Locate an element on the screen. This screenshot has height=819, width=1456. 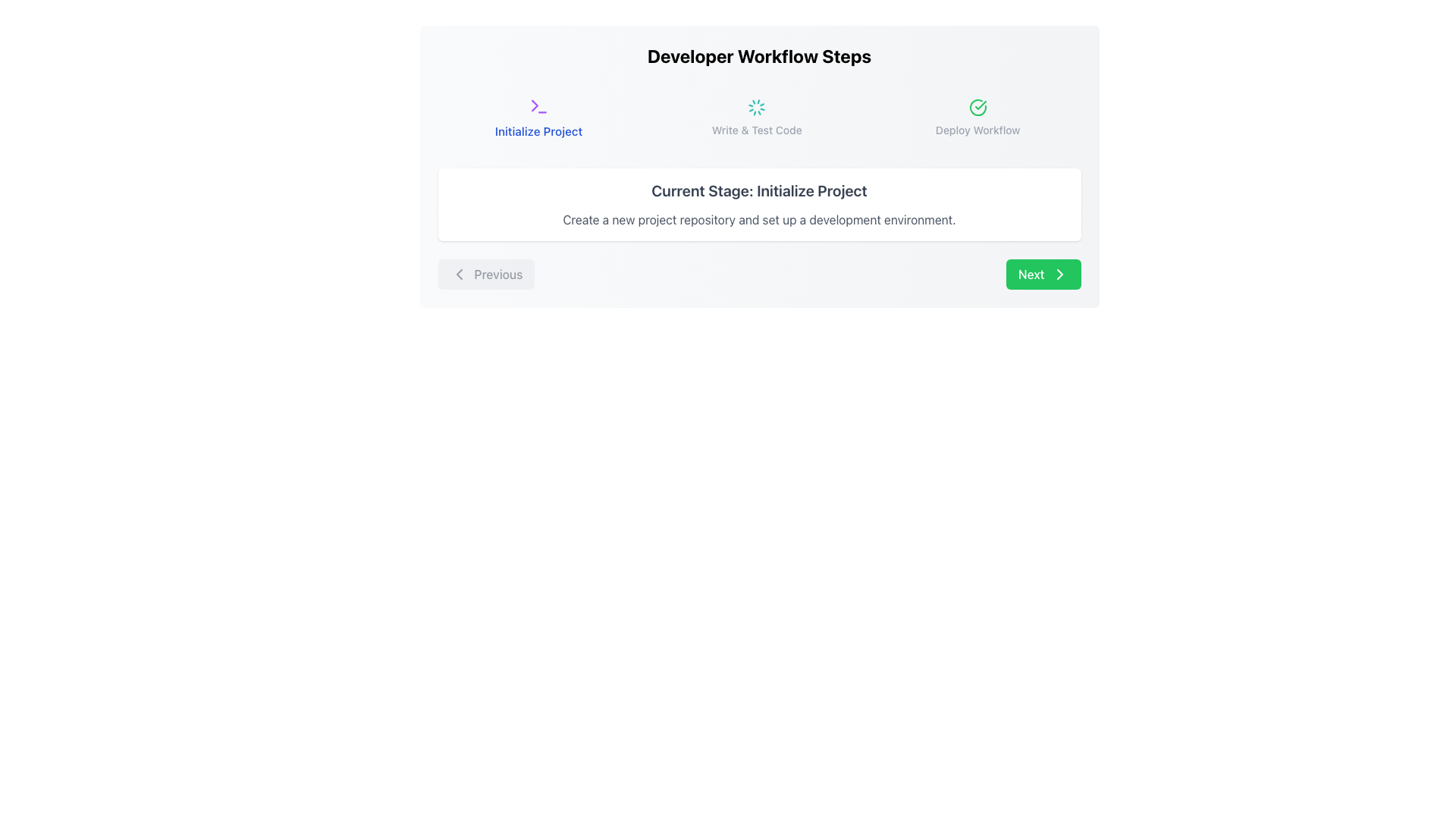
the 'Initialize Project' text label, which is styled in blue and located under the terminal prompt icon in the step-by-step guide interface is located at coordinates (538, 130).